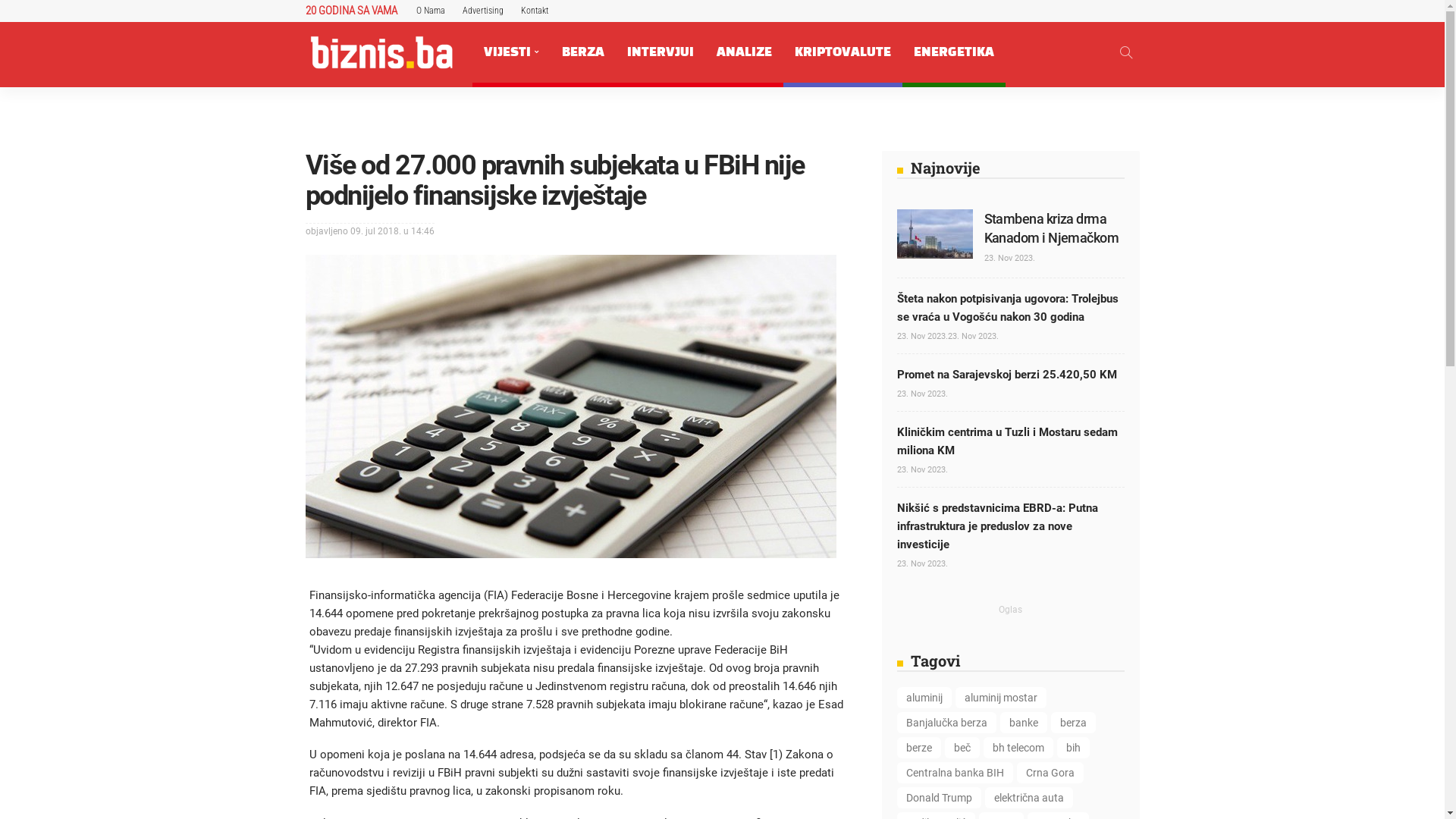 The width and height of the screenshot is (1456, 819). What do you see at coordinates (615, 52) in the screenshot?
I see `'INTERVJUI'` at bounding box center [615, 52].